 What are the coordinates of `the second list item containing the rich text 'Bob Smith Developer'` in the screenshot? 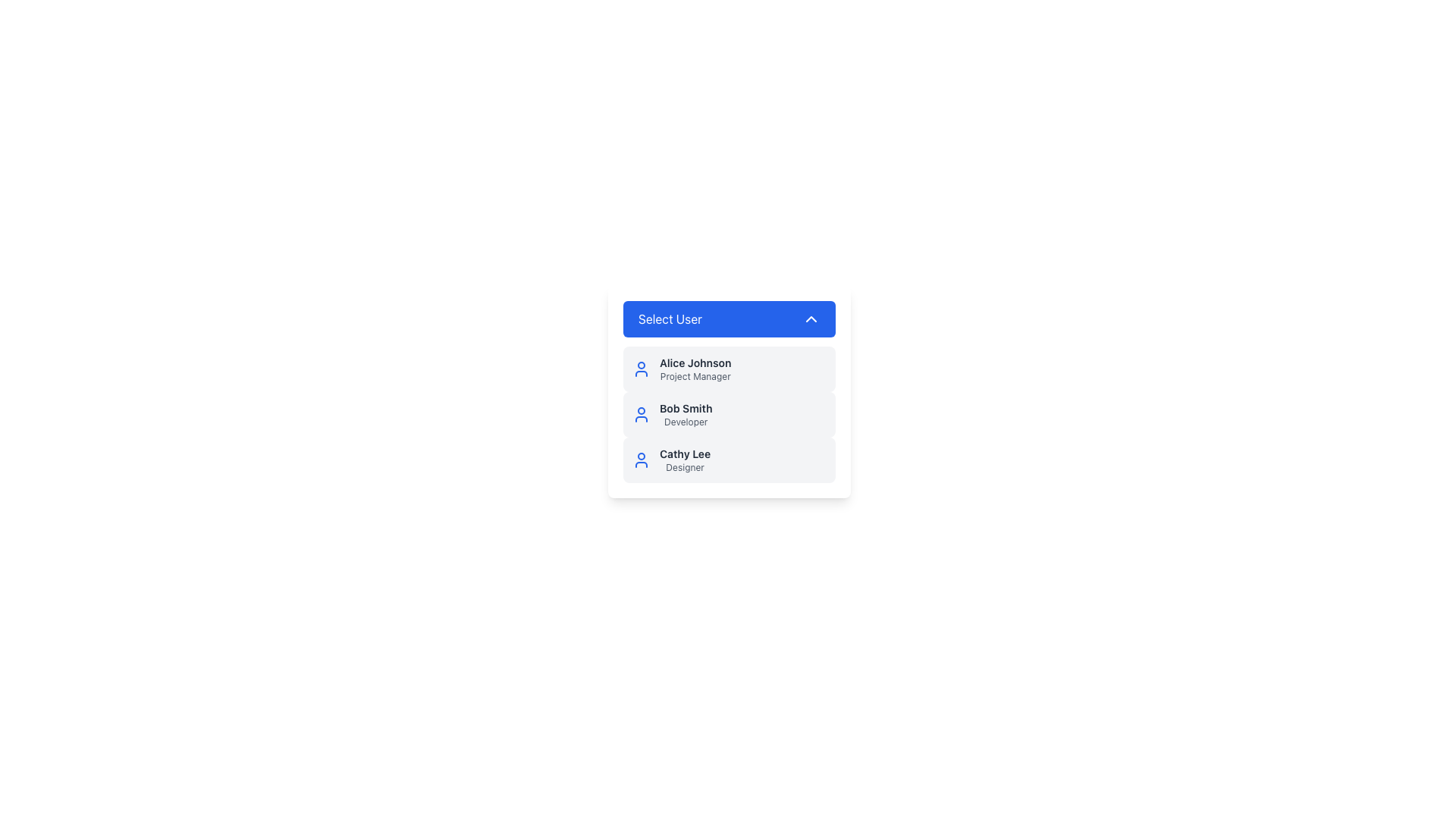 It's located at (685, 415).